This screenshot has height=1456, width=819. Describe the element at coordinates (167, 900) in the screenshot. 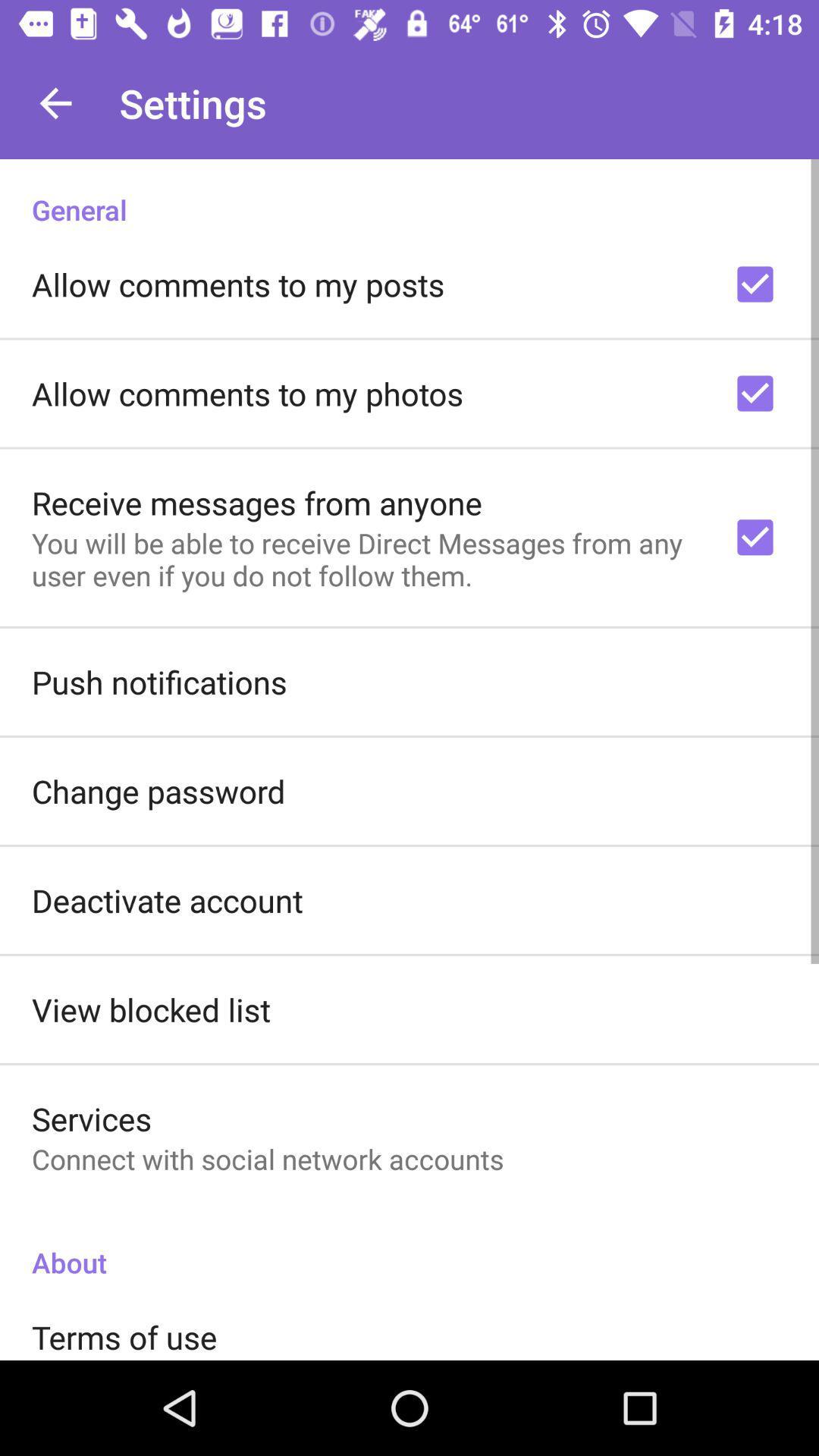

I see `the deactivate account` at that location.